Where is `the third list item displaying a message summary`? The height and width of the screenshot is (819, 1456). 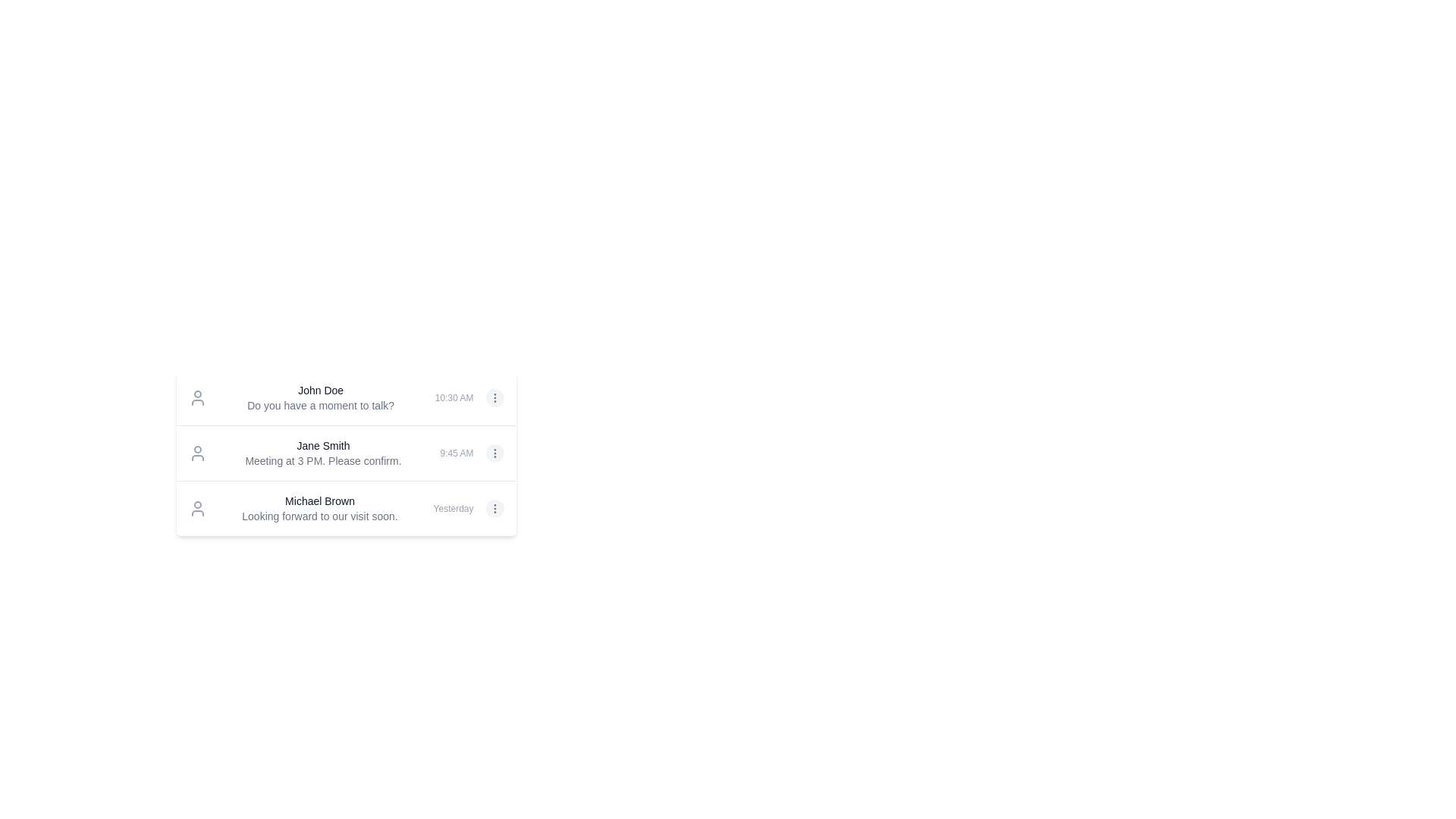 the third list item displaying a message summary is located at coordinates (345, 508).